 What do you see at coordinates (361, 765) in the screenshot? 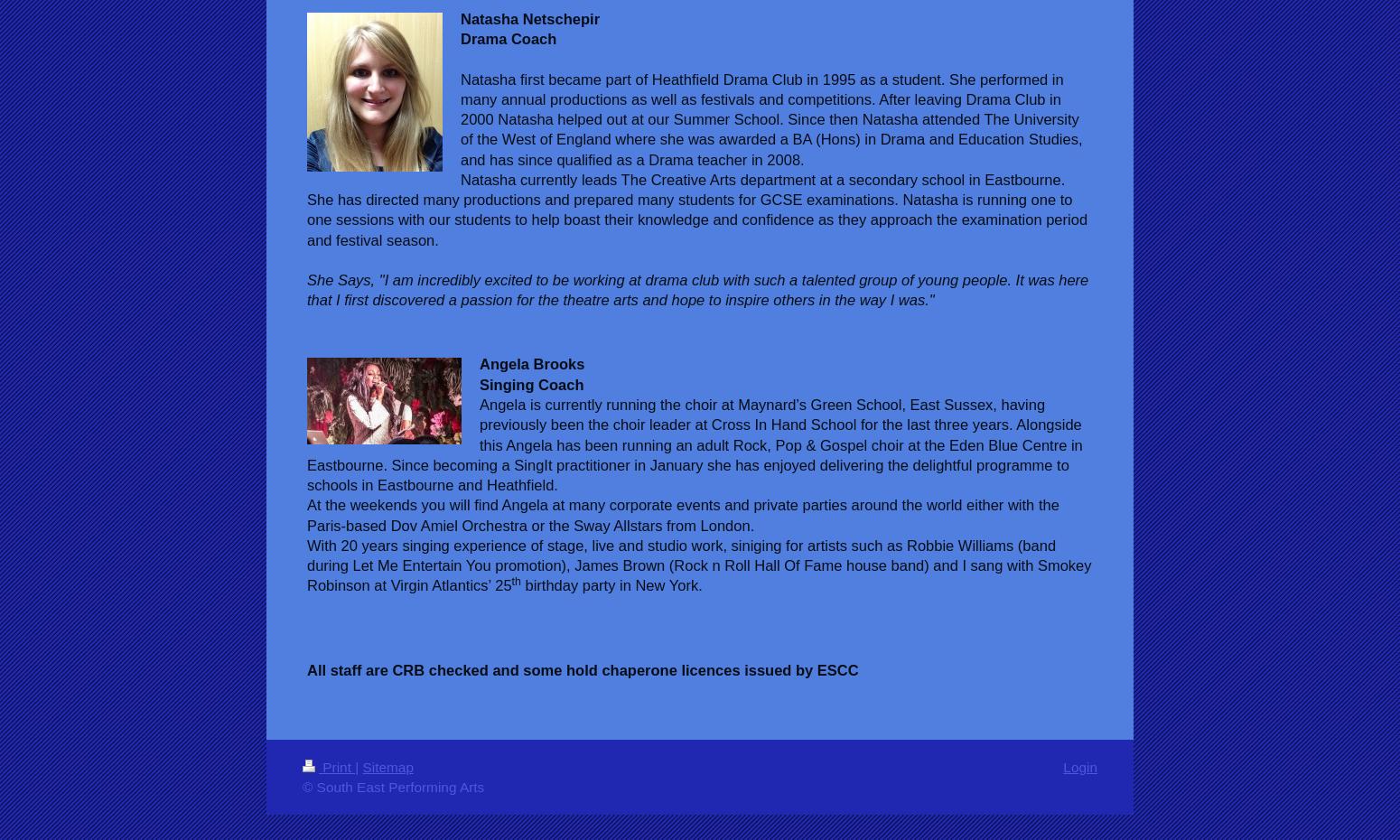
I see `'Sitemap'` at bounding box center [361, 765].